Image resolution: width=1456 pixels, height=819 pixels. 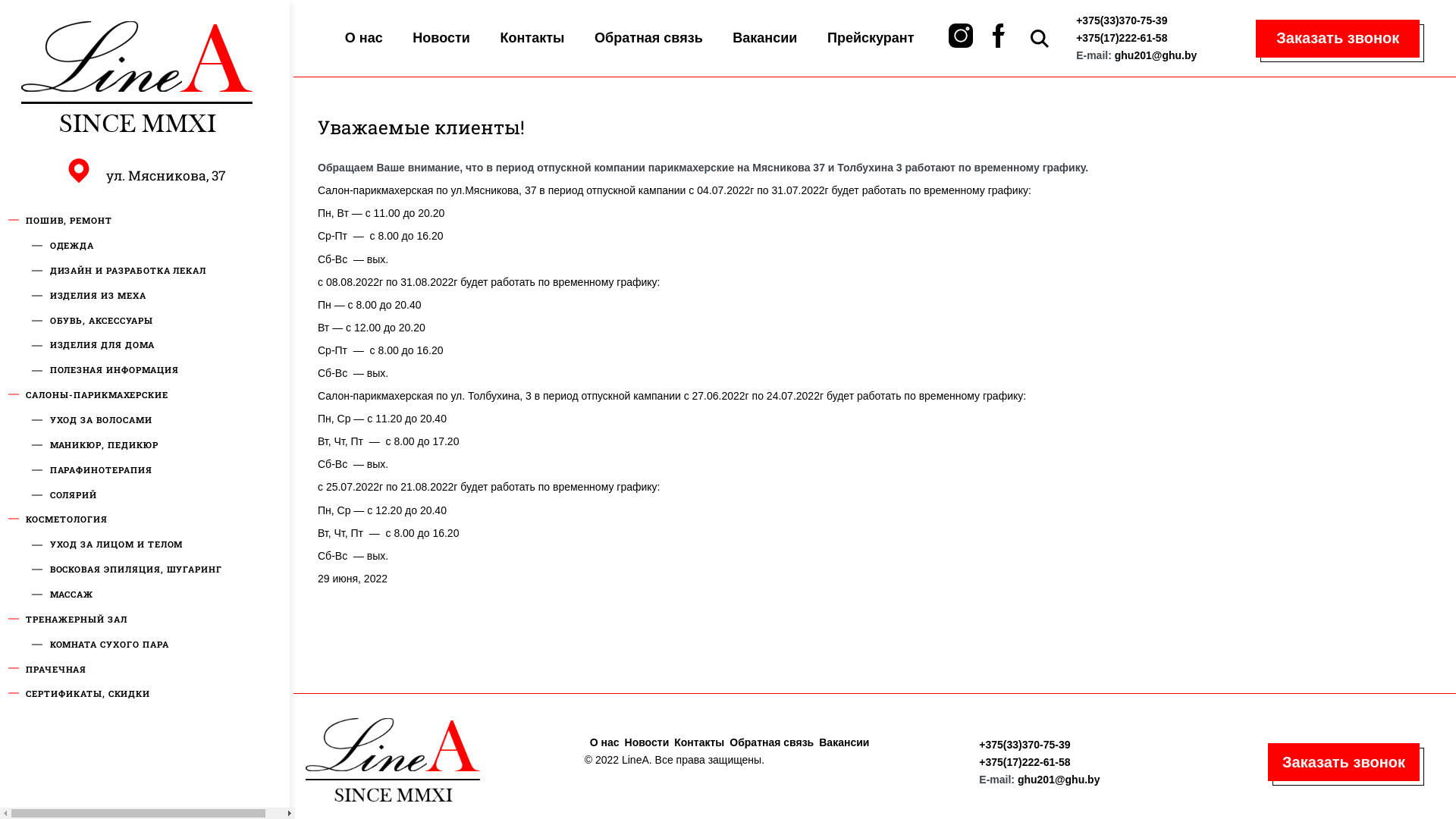 What do you see at coordinates (1075, 20) in the screenshot?
I see `'+375(33)370-75-39'` at bounding box center [1075, 20].